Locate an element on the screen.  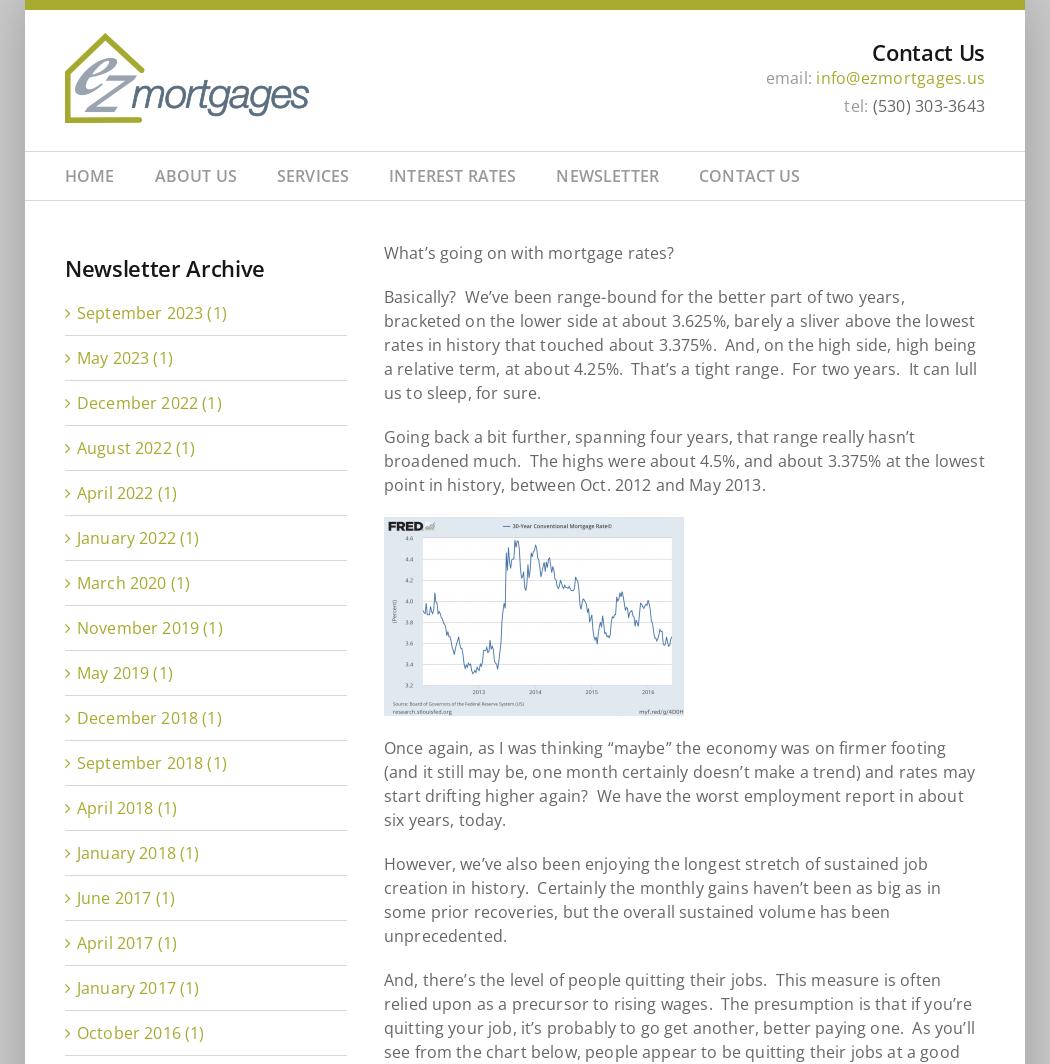
'Commercial Financing' is located at coordinates (371, 269).